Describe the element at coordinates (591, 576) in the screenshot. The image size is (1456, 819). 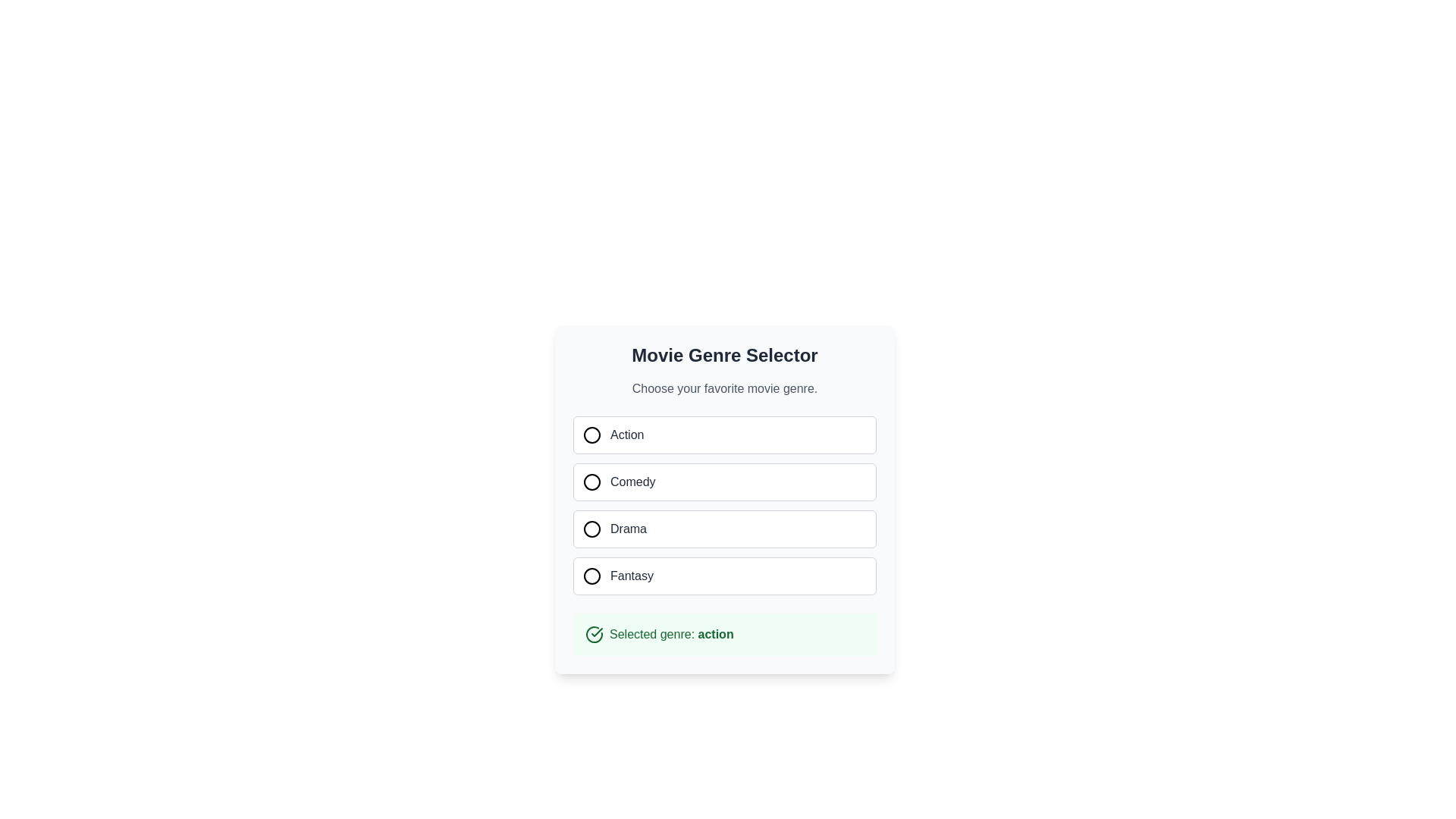
I see `the SVG circle element representing the radio button indicator for the 'Fantasy' option in the 'Movie Genre Selector' interface` at that location.